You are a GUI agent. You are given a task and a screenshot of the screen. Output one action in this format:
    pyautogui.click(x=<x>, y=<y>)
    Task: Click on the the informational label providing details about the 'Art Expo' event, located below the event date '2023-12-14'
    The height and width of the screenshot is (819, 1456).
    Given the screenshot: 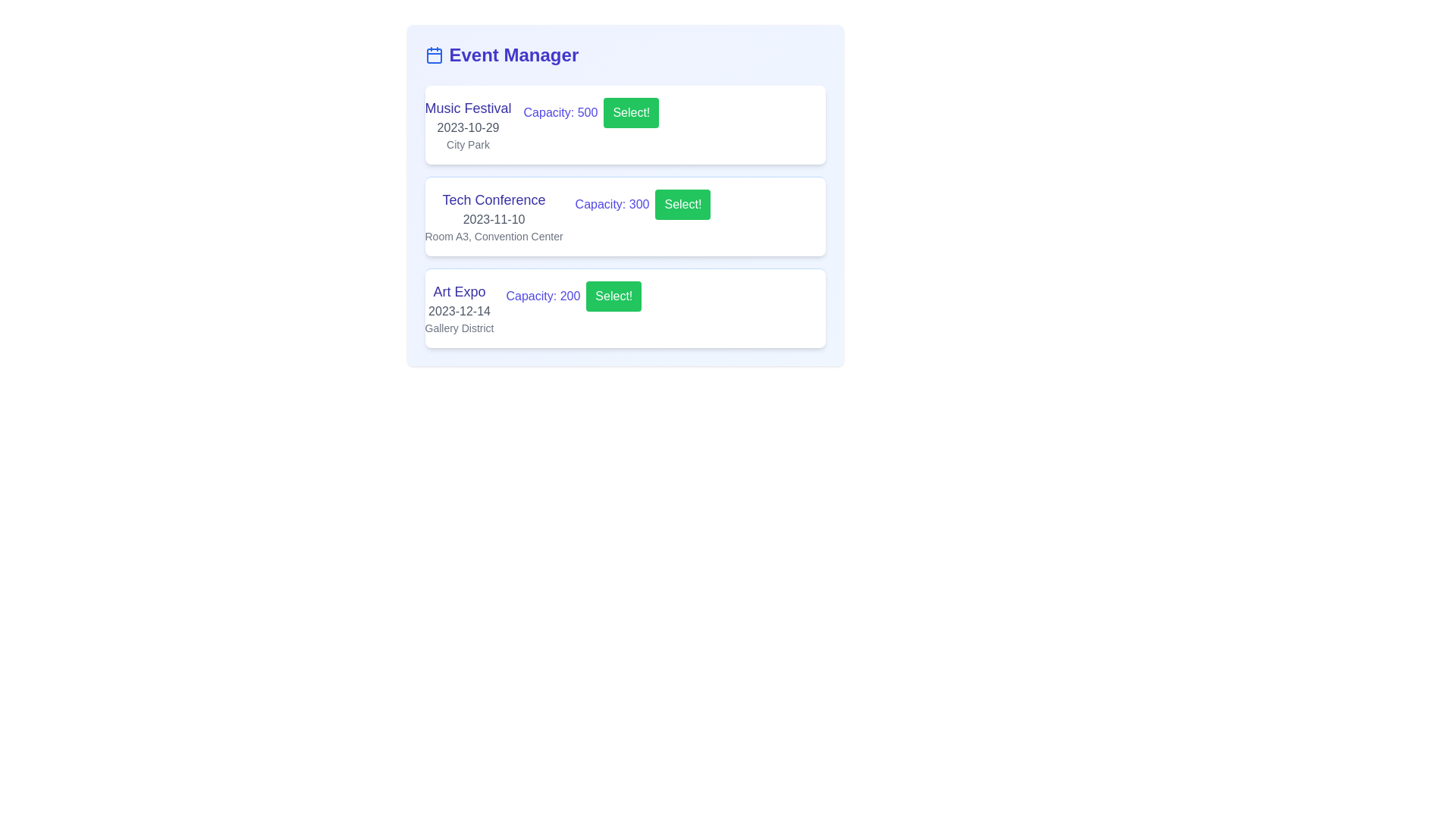 What is the action you would take?
    pyautogui.click(x=458, y=327)
    